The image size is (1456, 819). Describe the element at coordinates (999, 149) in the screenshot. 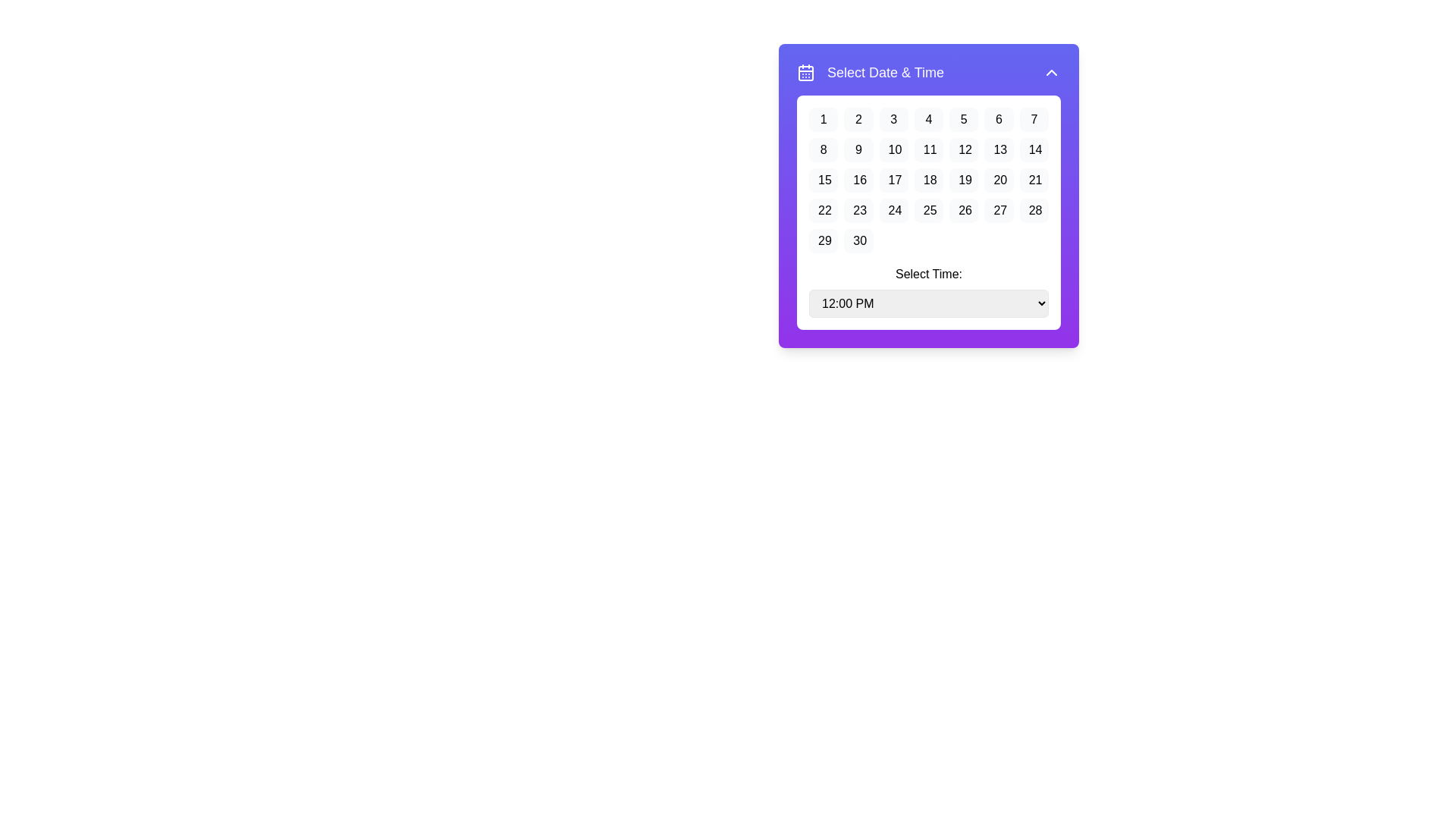

I see `the button displaying '13' in a calendar interface, which is the 6th item in the second row of a grid layout` at that location.